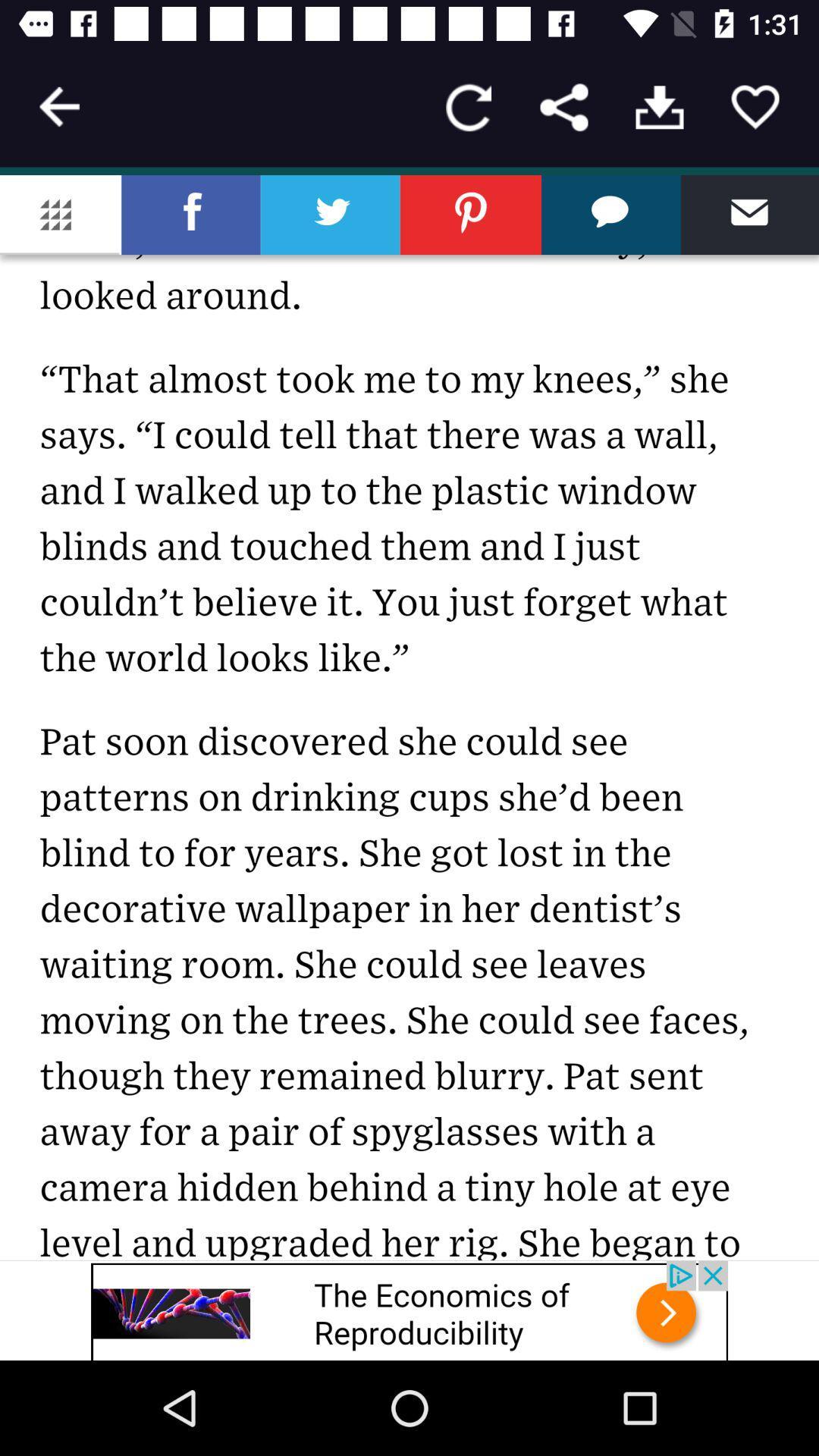 The image size is (819, 1456). I want to click on go back, so click(58, 106).